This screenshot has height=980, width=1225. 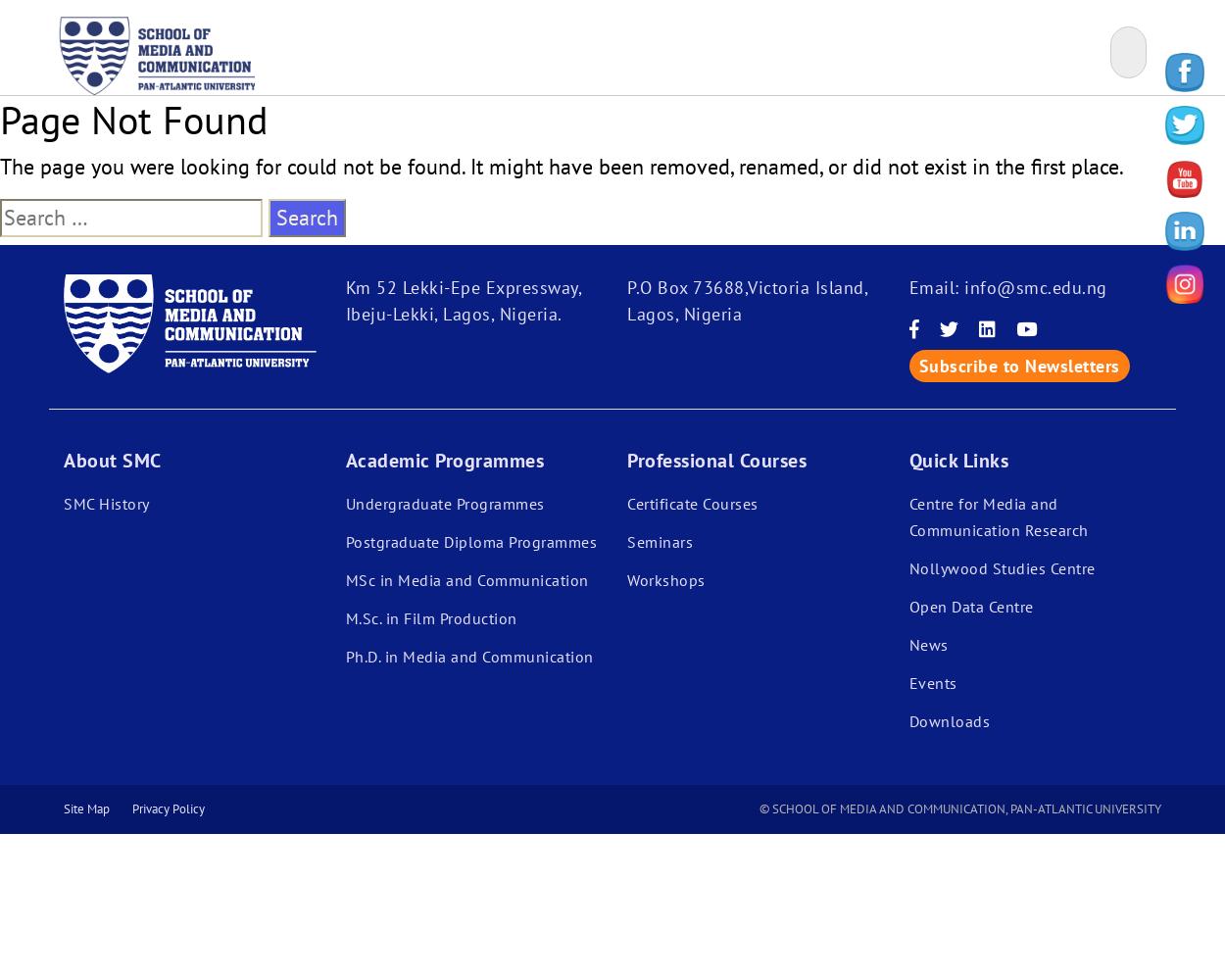 What do you see at coordinates (747, 300) in the screenshot?
I see `'P.O Box 73688,Victoria Island, Lagos, Nigeria'` at bounding box center [747, 300].